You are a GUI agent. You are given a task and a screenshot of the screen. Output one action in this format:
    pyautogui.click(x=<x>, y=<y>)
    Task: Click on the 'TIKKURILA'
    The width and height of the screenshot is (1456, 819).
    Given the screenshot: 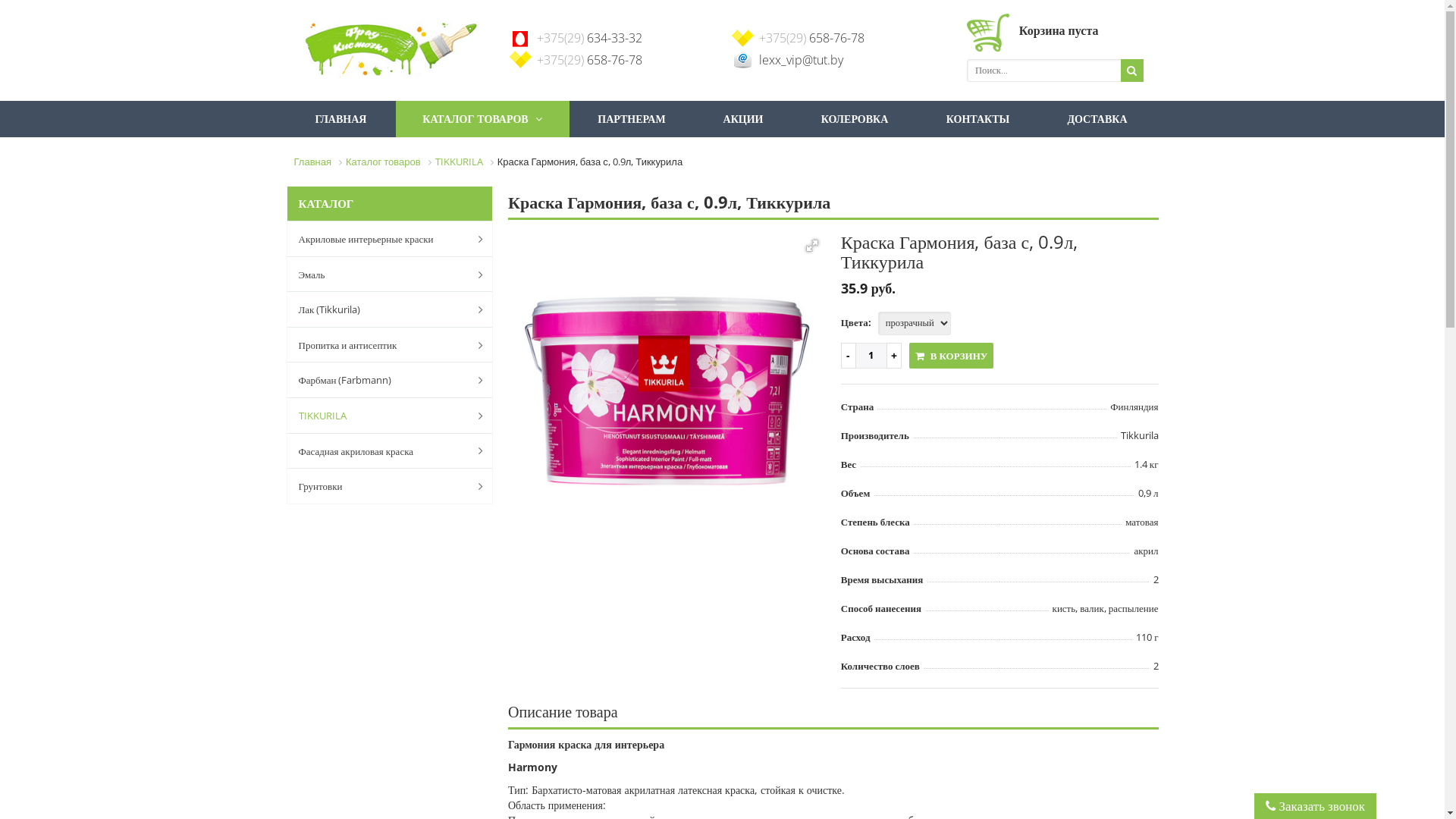 What is the action you would take?
    pyautogui.click(x=287, y=415)
    